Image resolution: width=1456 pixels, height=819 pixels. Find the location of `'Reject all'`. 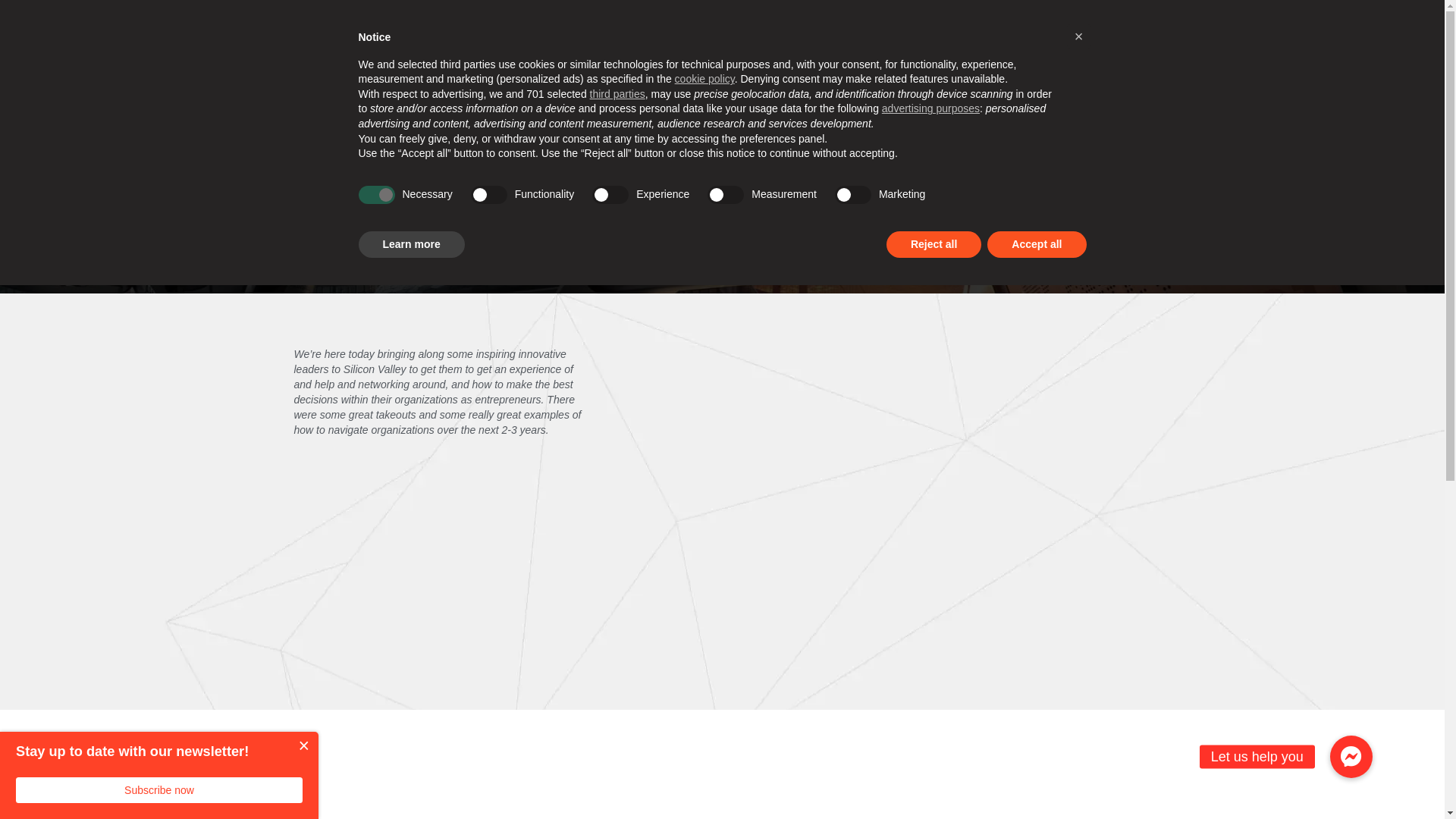

'Reject all' is located at coordinates (933, 244).